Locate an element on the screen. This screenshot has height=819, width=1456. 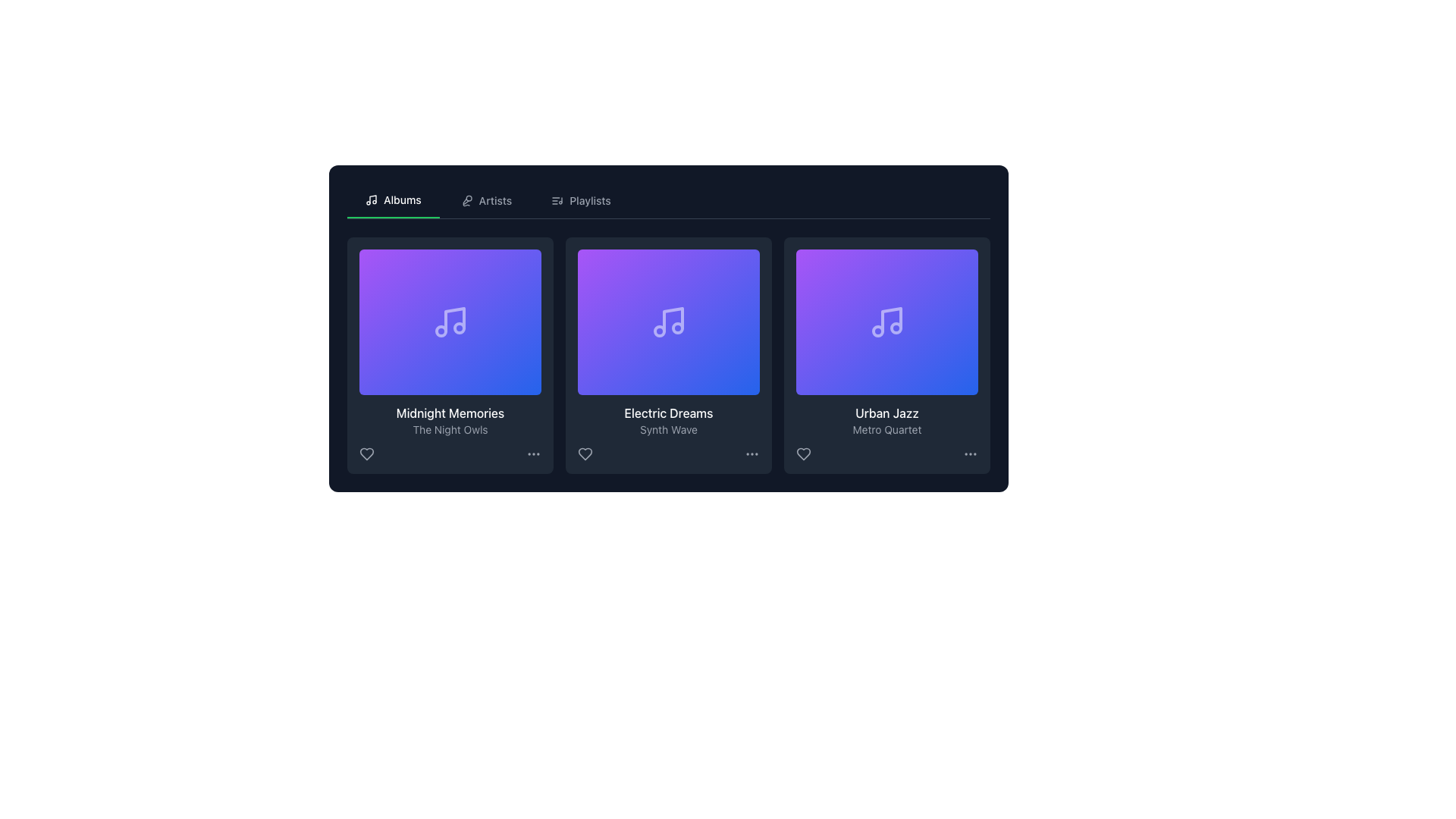
the Ellipsis button, which consists of three small gray circular dots arranged horizontally, located below the 'Urban Jazz - Metro Quartet' content block is located at coordinates (971, 453).